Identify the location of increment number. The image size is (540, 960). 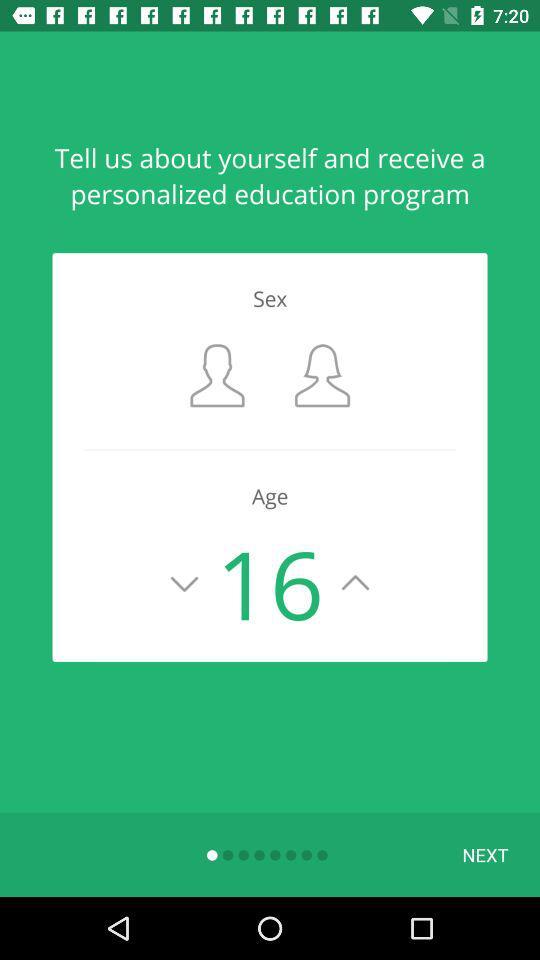
(354, 583).